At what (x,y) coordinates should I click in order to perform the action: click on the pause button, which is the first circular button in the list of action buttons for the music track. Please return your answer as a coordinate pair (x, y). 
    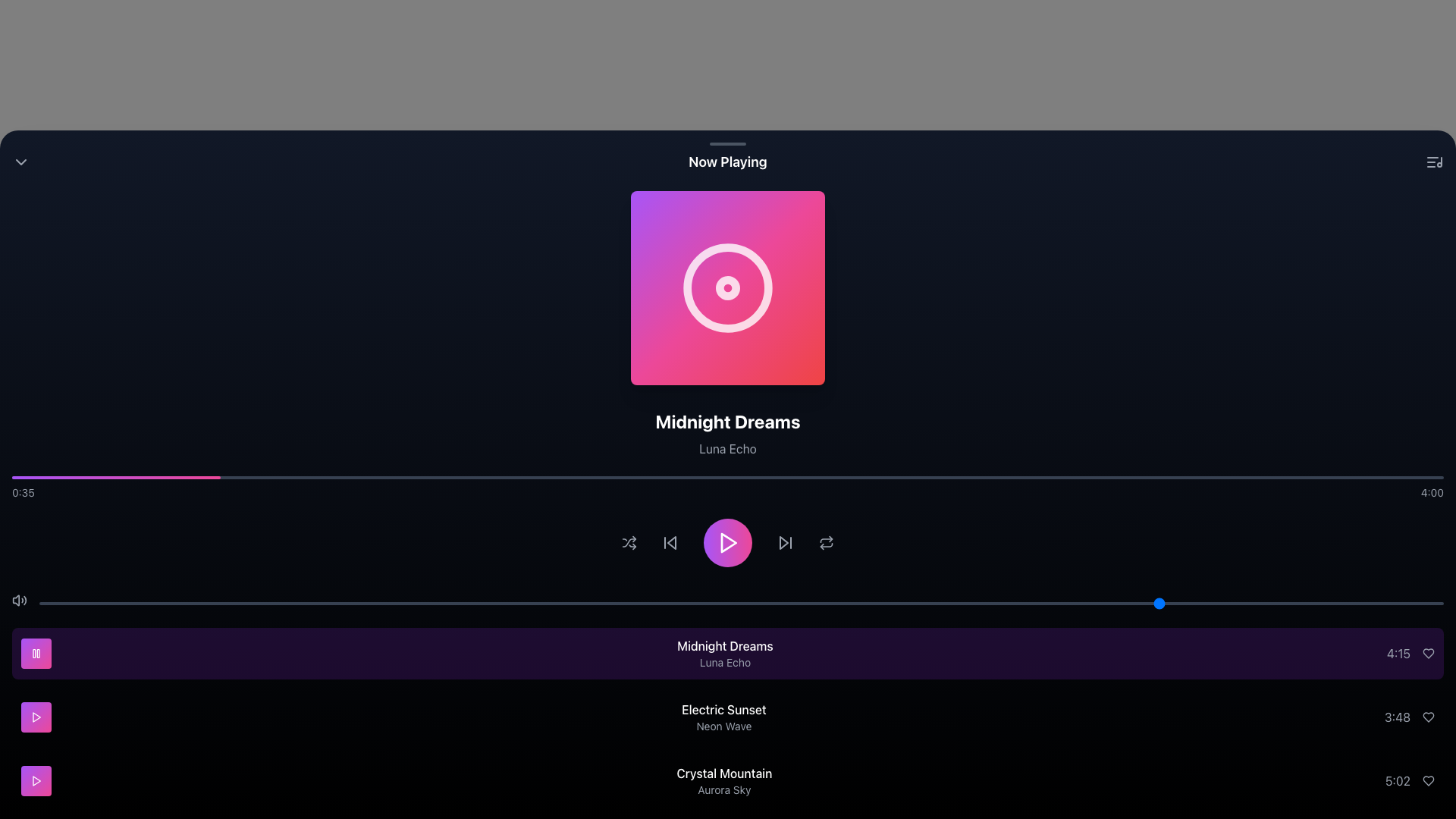
    Looking at the image, I should click on (36, 652).